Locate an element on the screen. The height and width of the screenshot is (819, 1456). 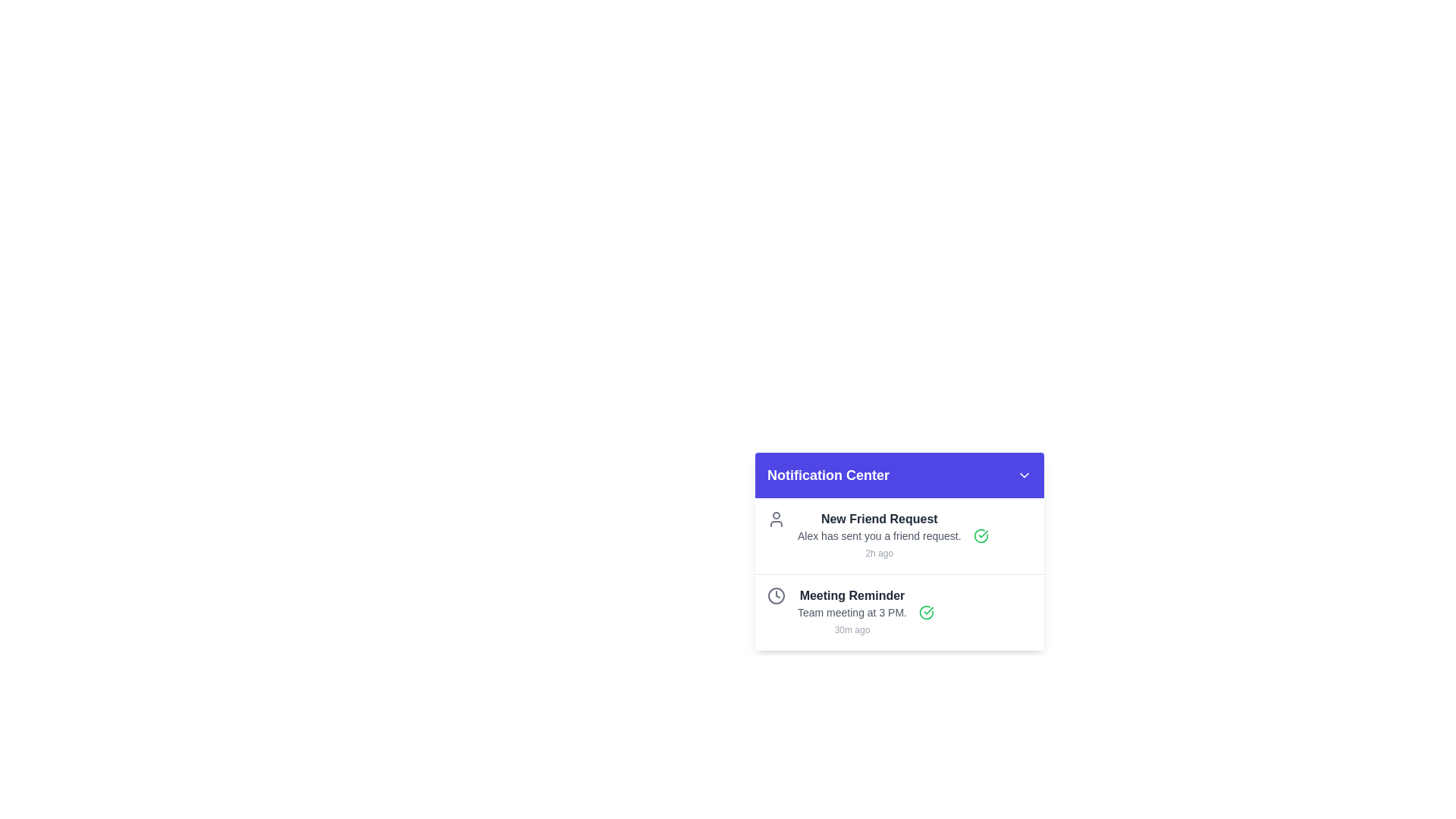
the notification text block that informs the user about a new friend request from 'Alex' for accessibility purposes is located at coordinates (879, 535).